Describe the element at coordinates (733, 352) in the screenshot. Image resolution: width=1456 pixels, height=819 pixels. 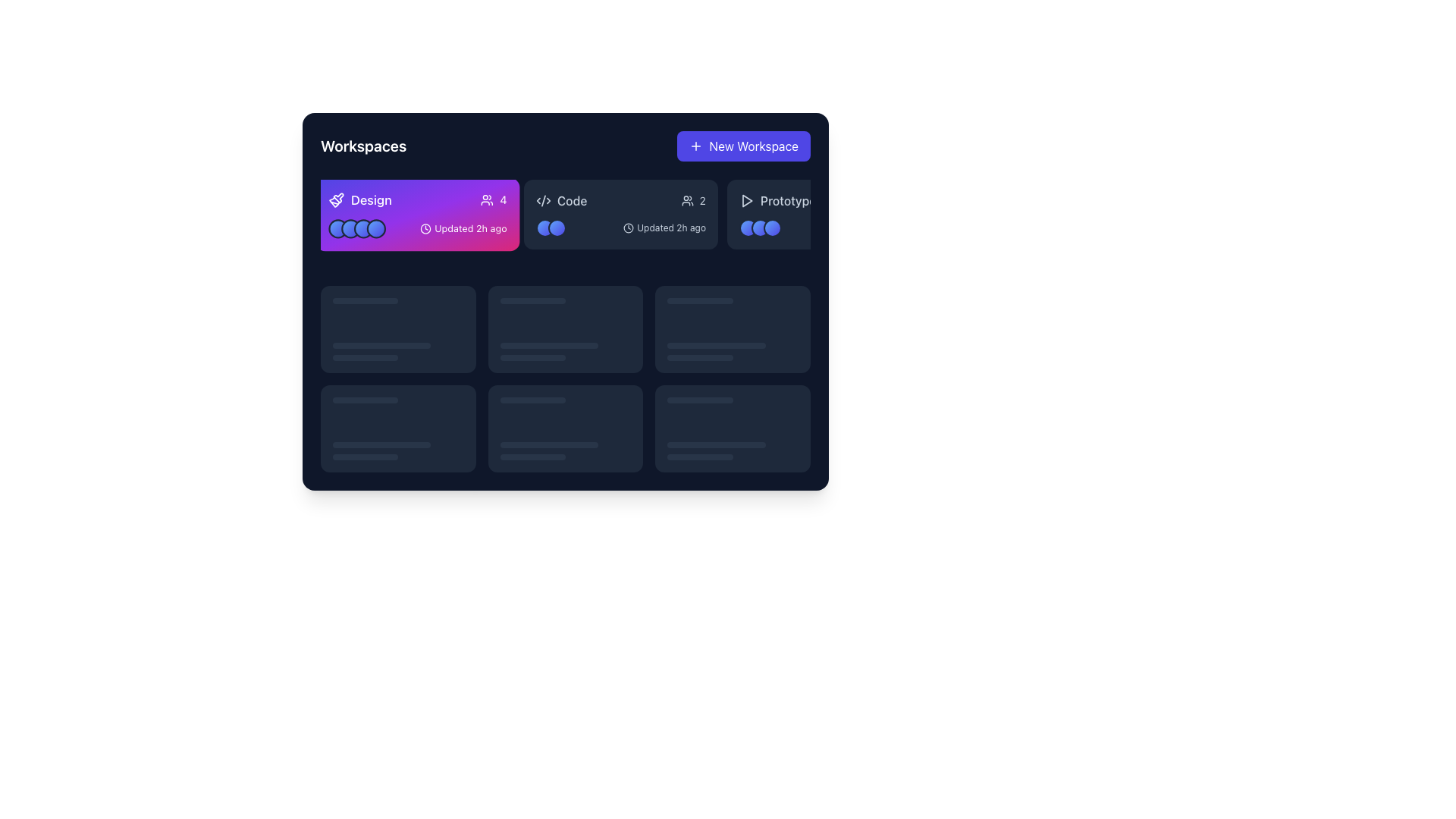
I see `the placeholder or loading indicator located in the second row, rightmost column of a grid-like layout within a card element` at that location.